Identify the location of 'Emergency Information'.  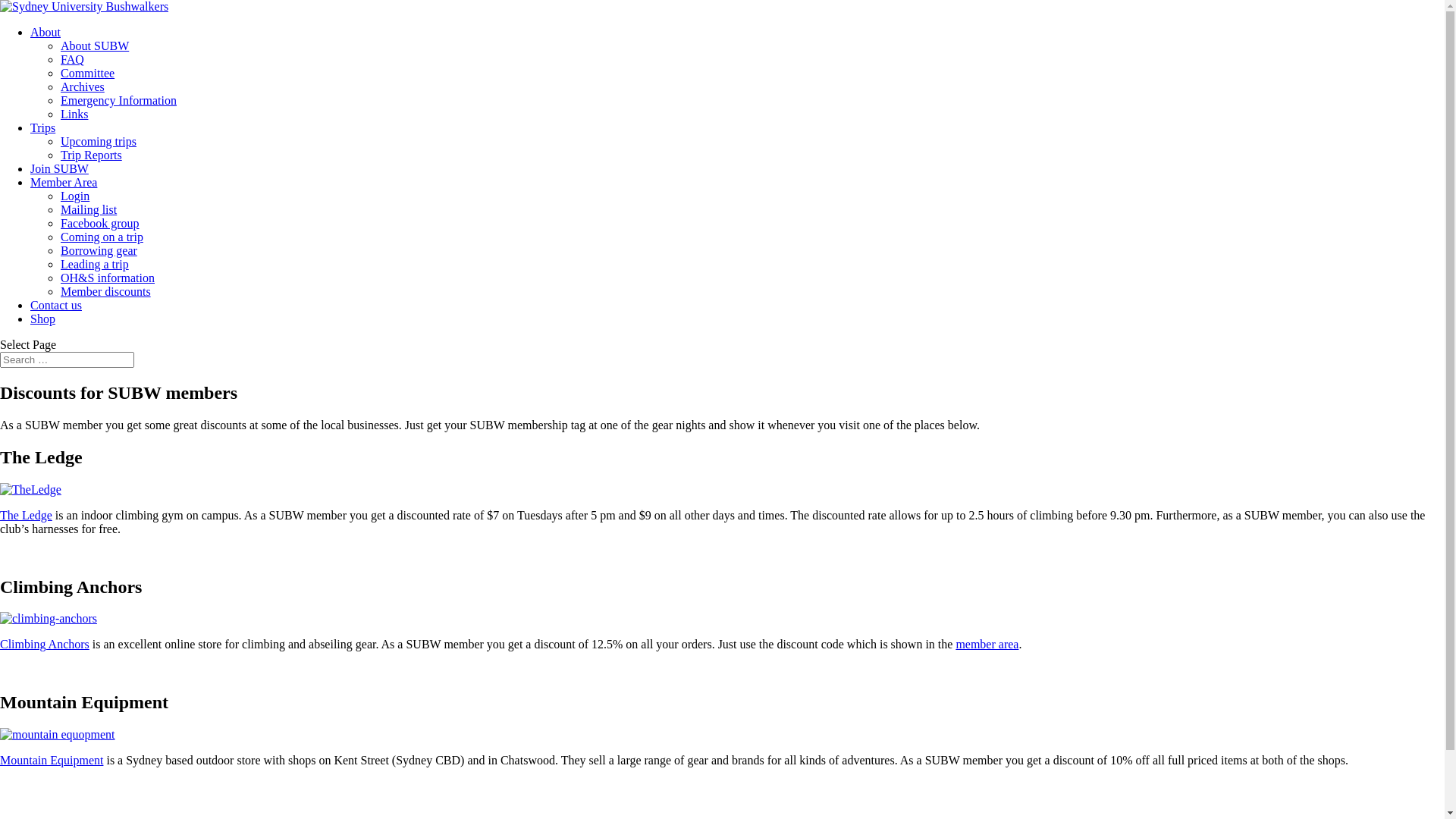
(118, 100).